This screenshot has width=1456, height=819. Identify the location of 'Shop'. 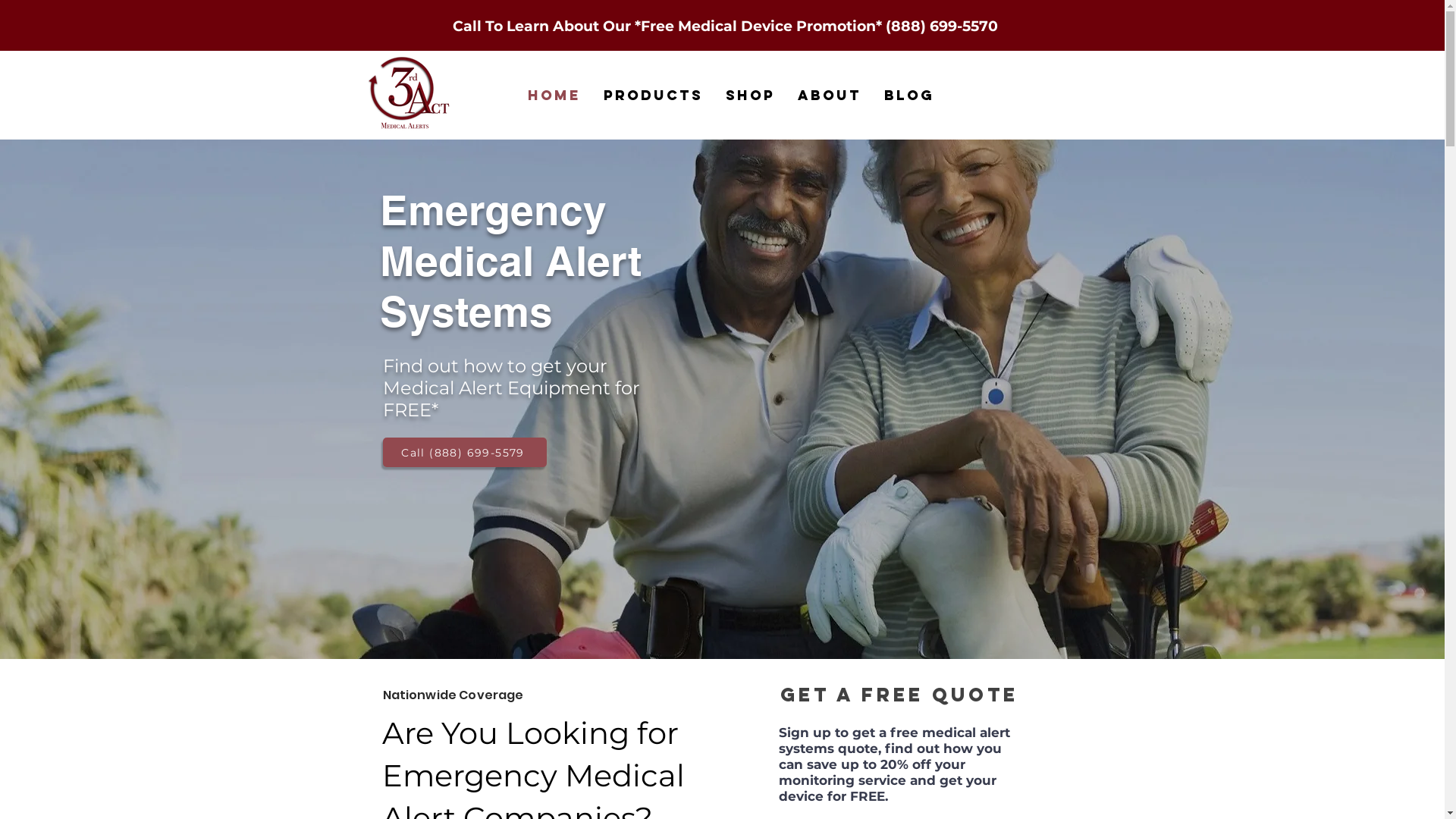
(750, 95).